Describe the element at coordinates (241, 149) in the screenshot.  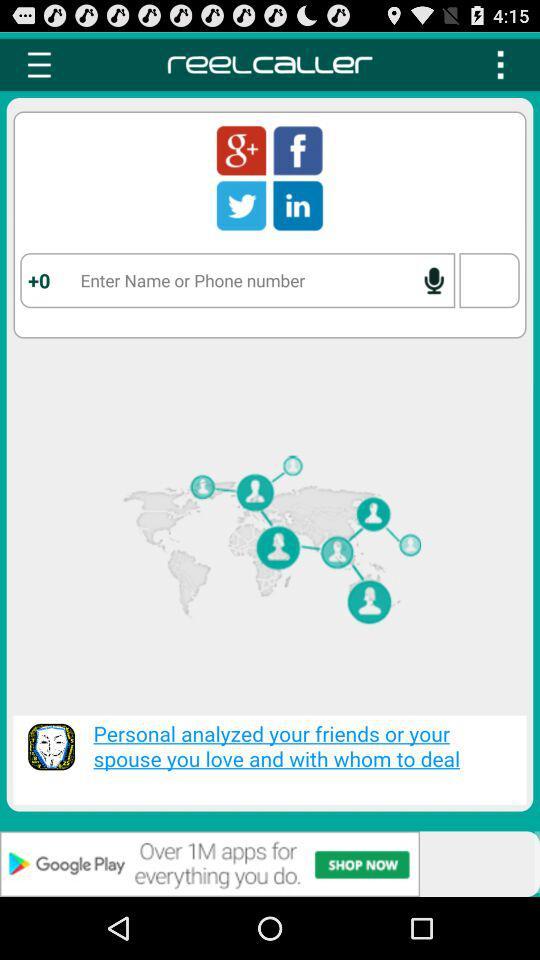
I see `google` at that location.